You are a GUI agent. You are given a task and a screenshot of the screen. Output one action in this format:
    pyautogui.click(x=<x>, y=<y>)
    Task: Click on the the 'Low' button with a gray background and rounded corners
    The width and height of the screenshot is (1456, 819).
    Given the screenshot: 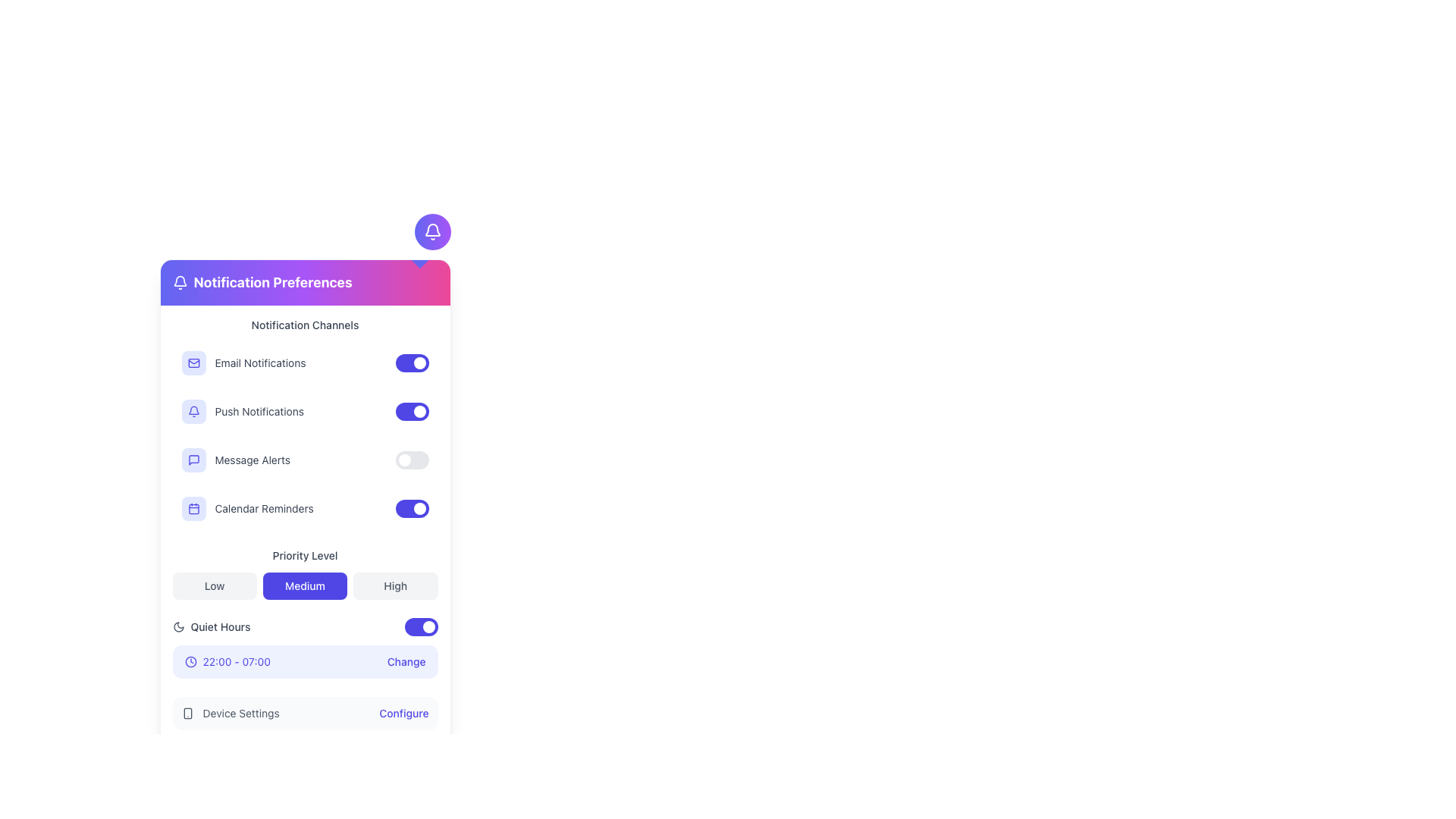 What is the action you would take?
    pyautogui.click(x=214, y=585)
    